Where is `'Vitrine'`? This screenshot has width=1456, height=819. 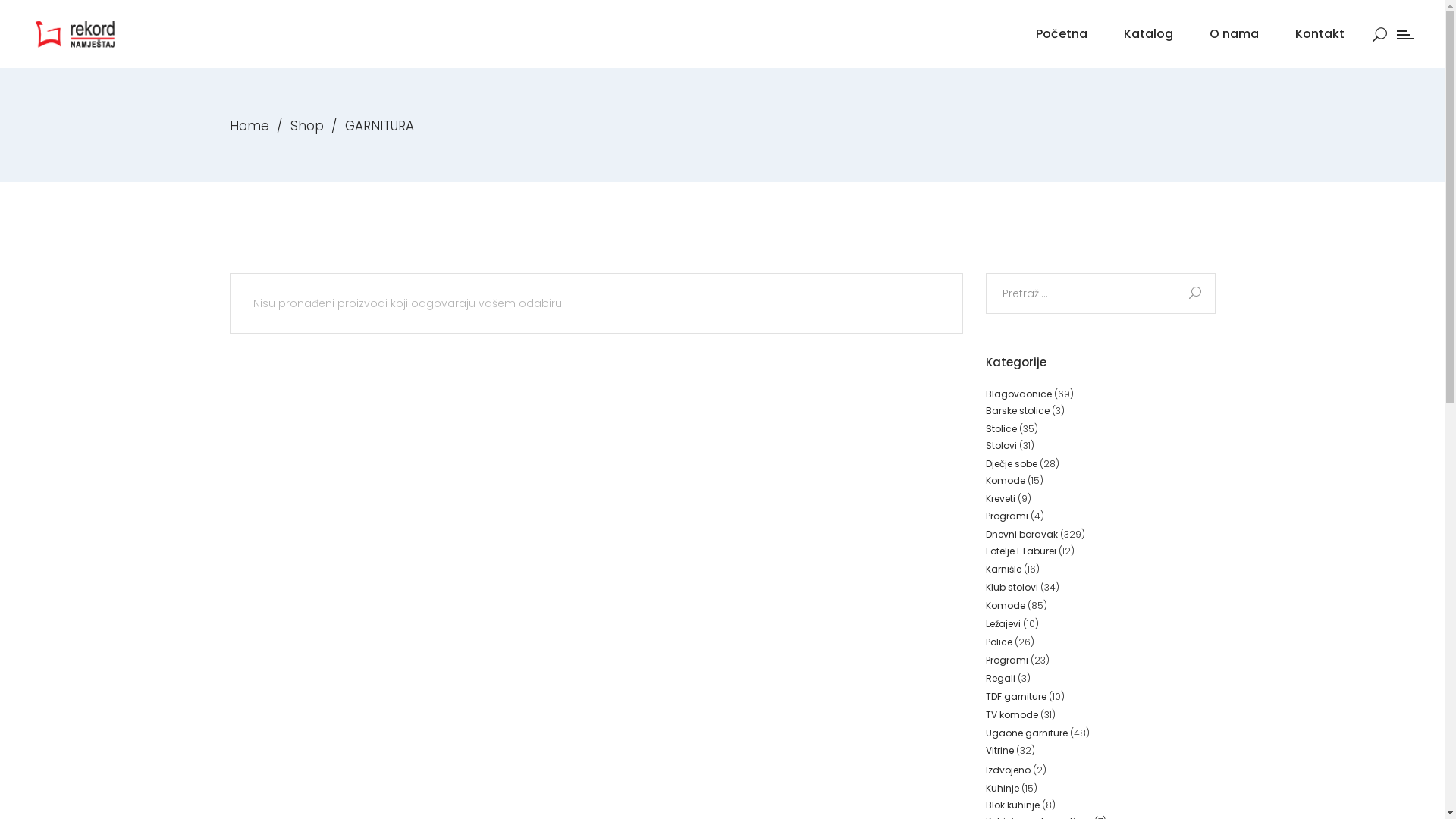 'Vitrine' is located at coordinates (999, 749).